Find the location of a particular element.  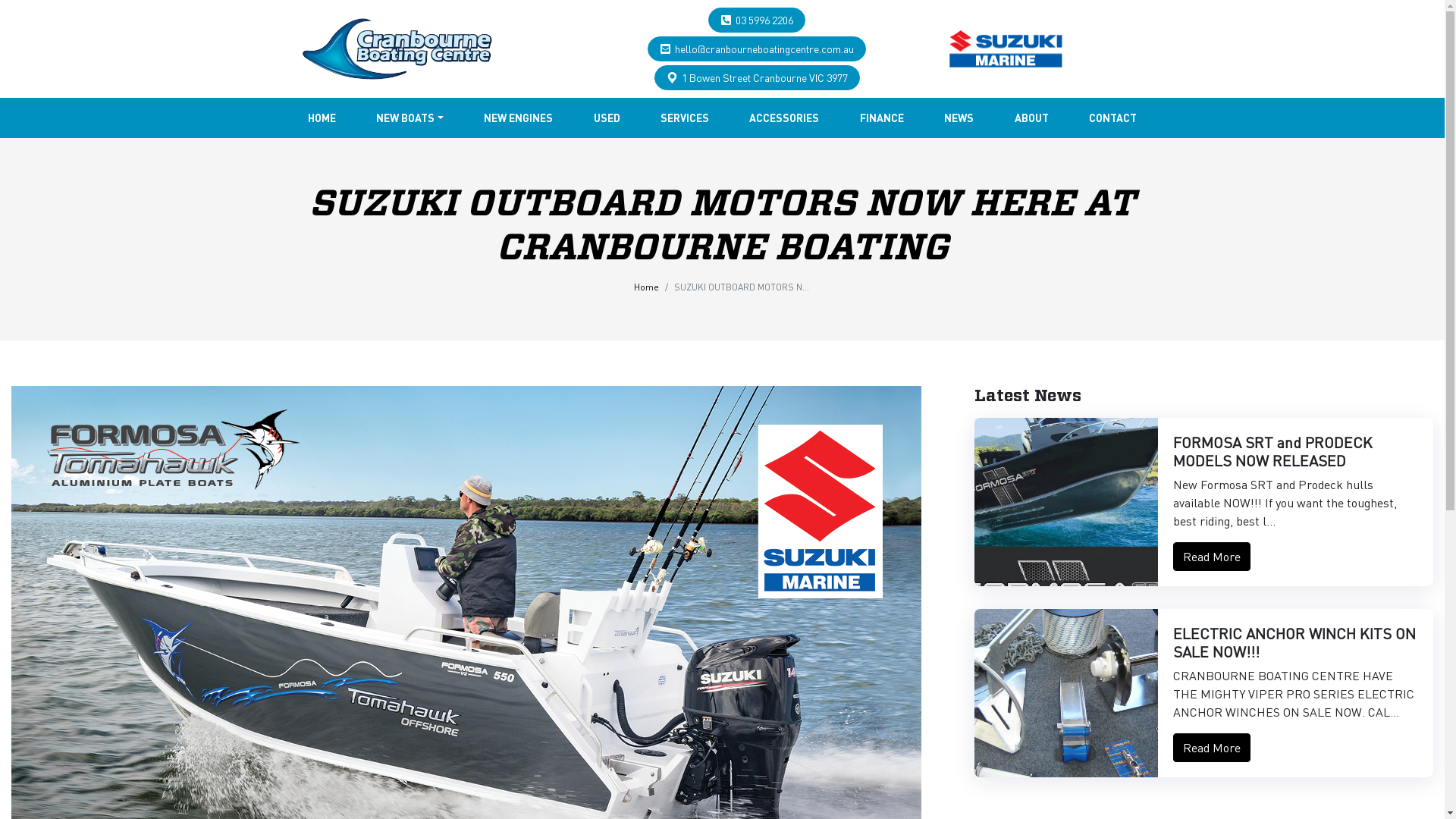

'NEWS' is located at coordinates (937, 117).